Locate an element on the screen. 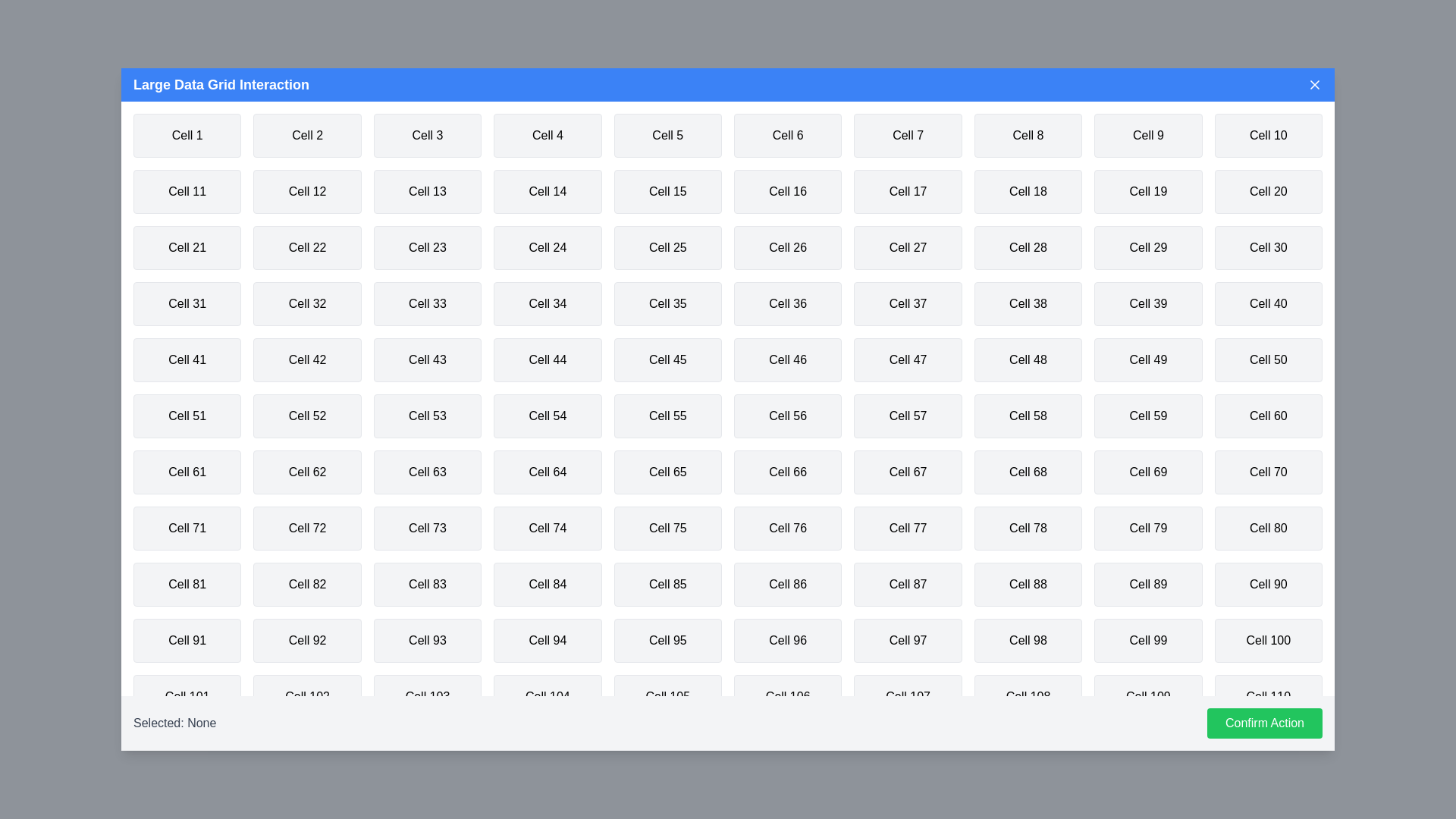  the 'Confirm Action' button to confirm the selected cell is located at coordinates (1264, 722).